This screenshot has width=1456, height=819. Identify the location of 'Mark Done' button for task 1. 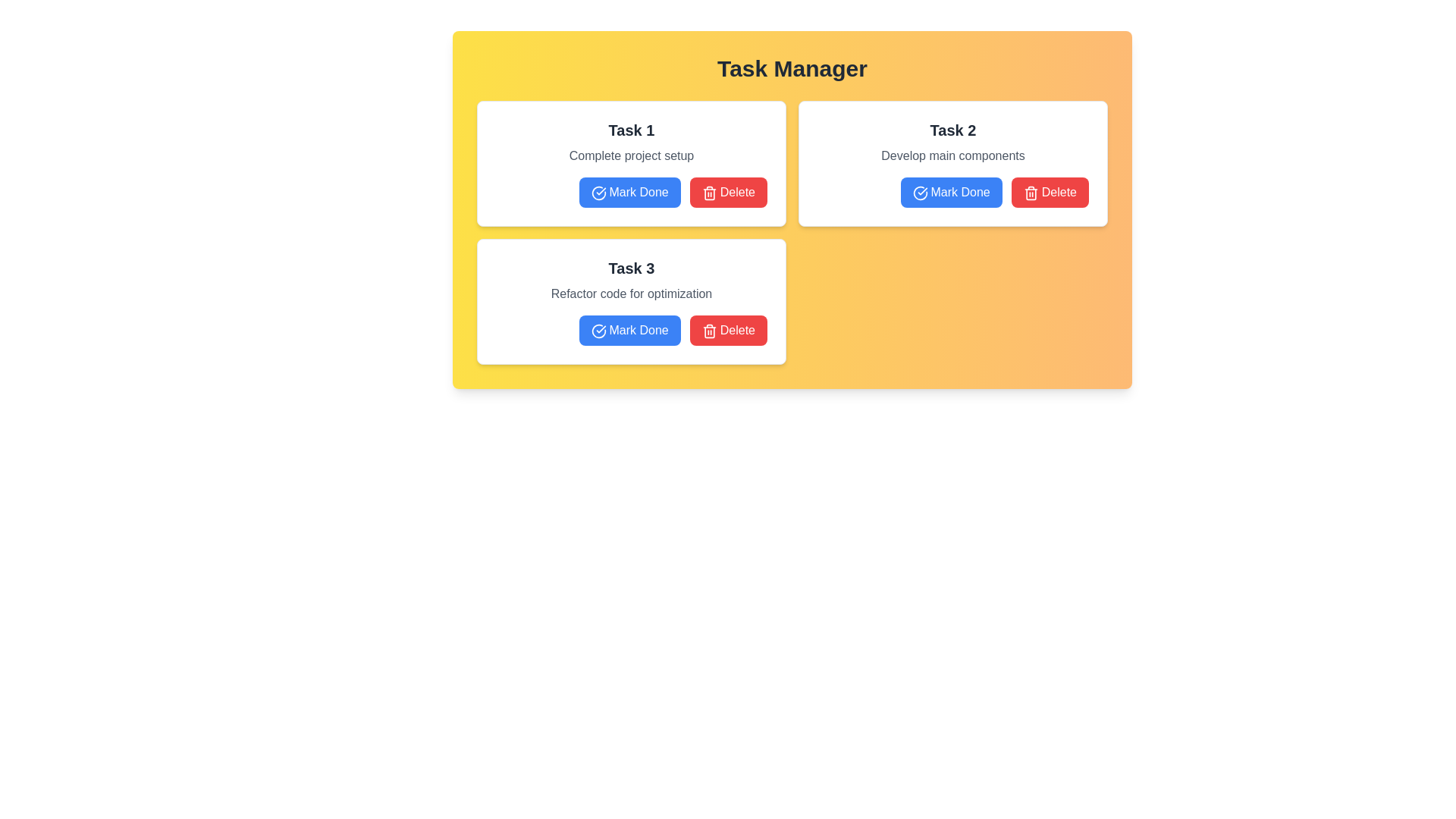
(629, 192).